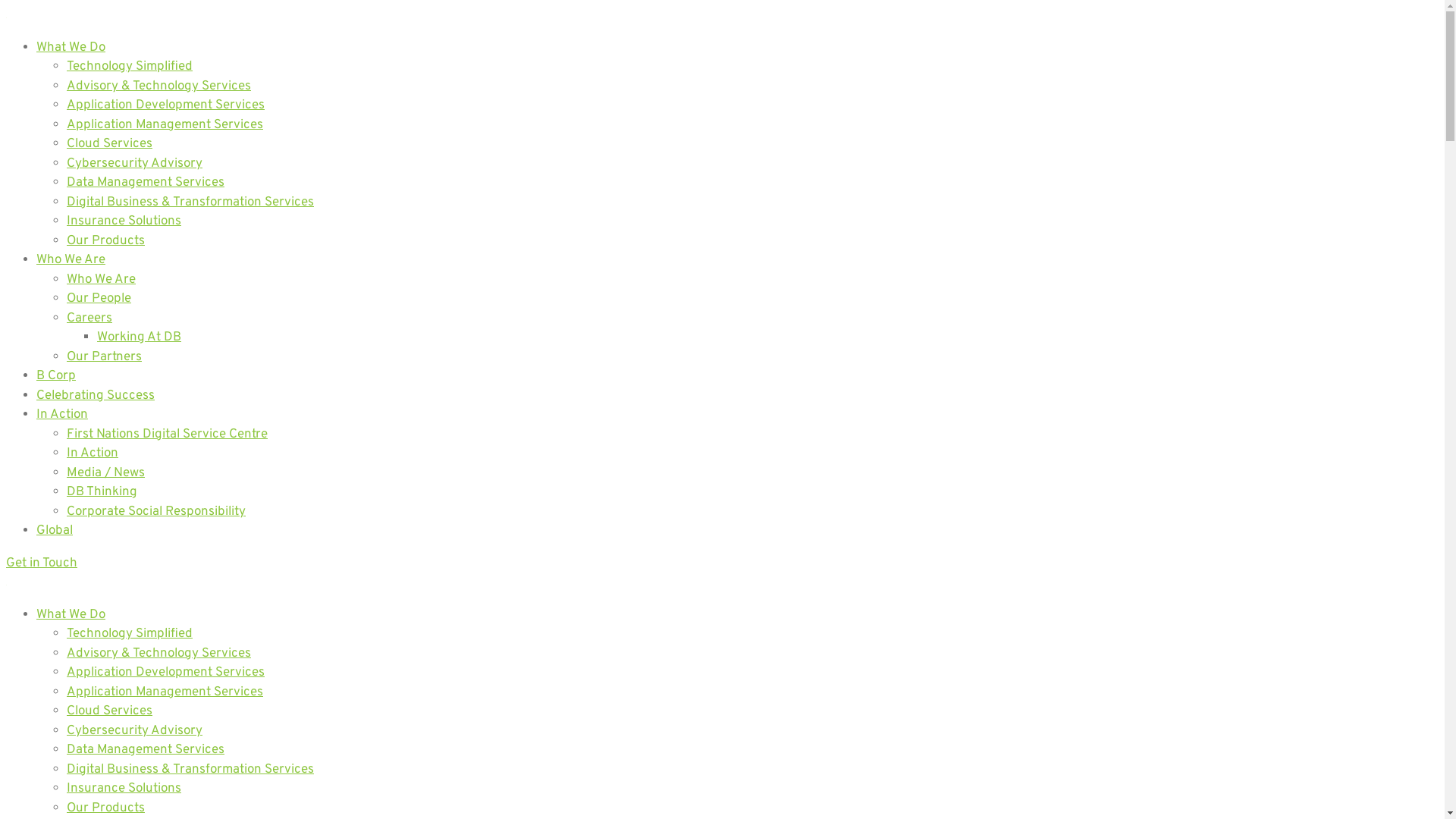  What do you see at coordinates (108, 711) in the screenshot?
I see `'Cloud Services'` at bounding box center [108, 711].